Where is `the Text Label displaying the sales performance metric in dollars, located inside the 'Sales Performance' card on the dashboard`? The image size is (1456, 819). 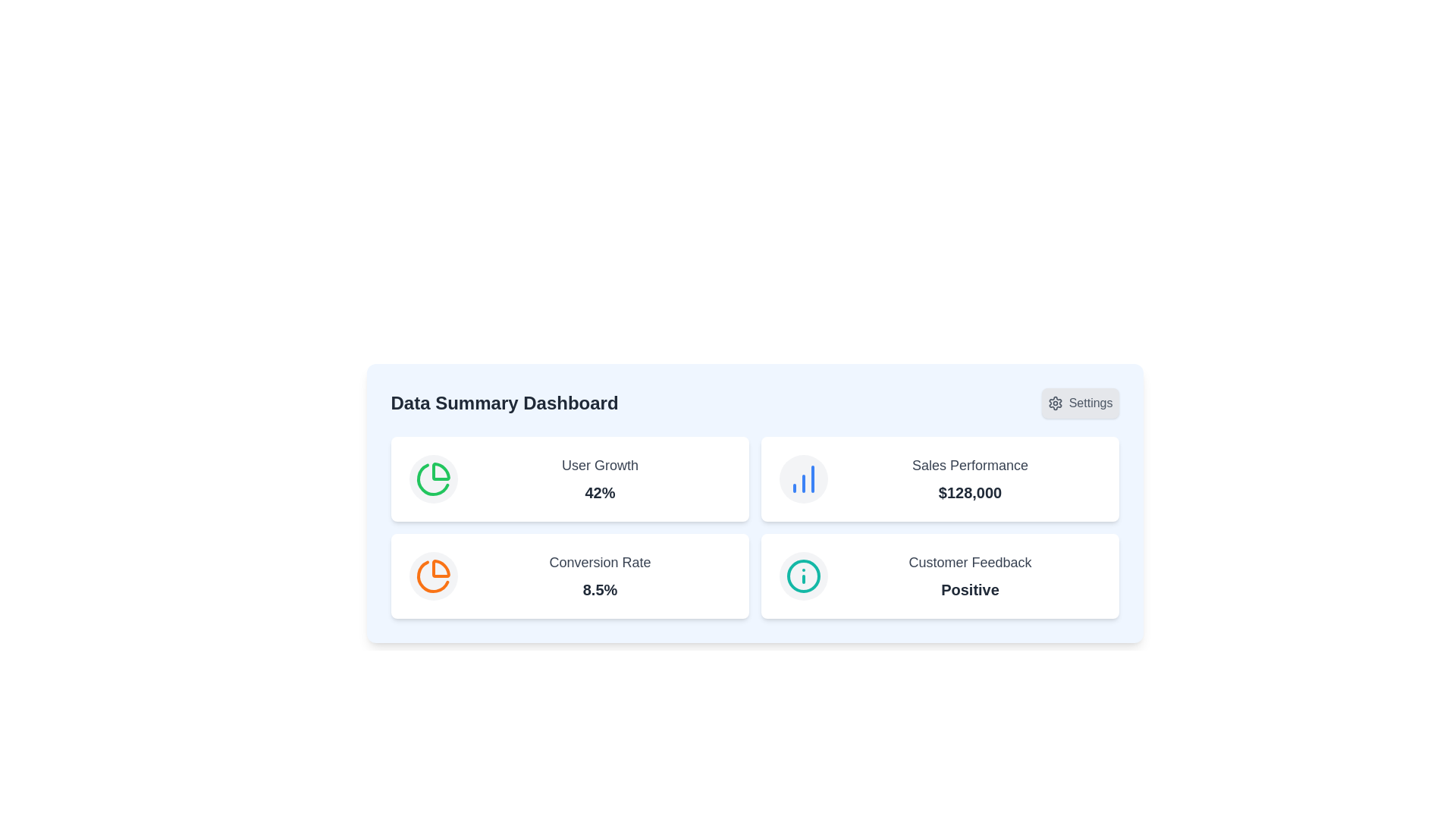
the Text Label displaying the sales performance metric in dollars, located inside the 'Sales Performance' card on the dashboard is located at coordinates (969, 493).